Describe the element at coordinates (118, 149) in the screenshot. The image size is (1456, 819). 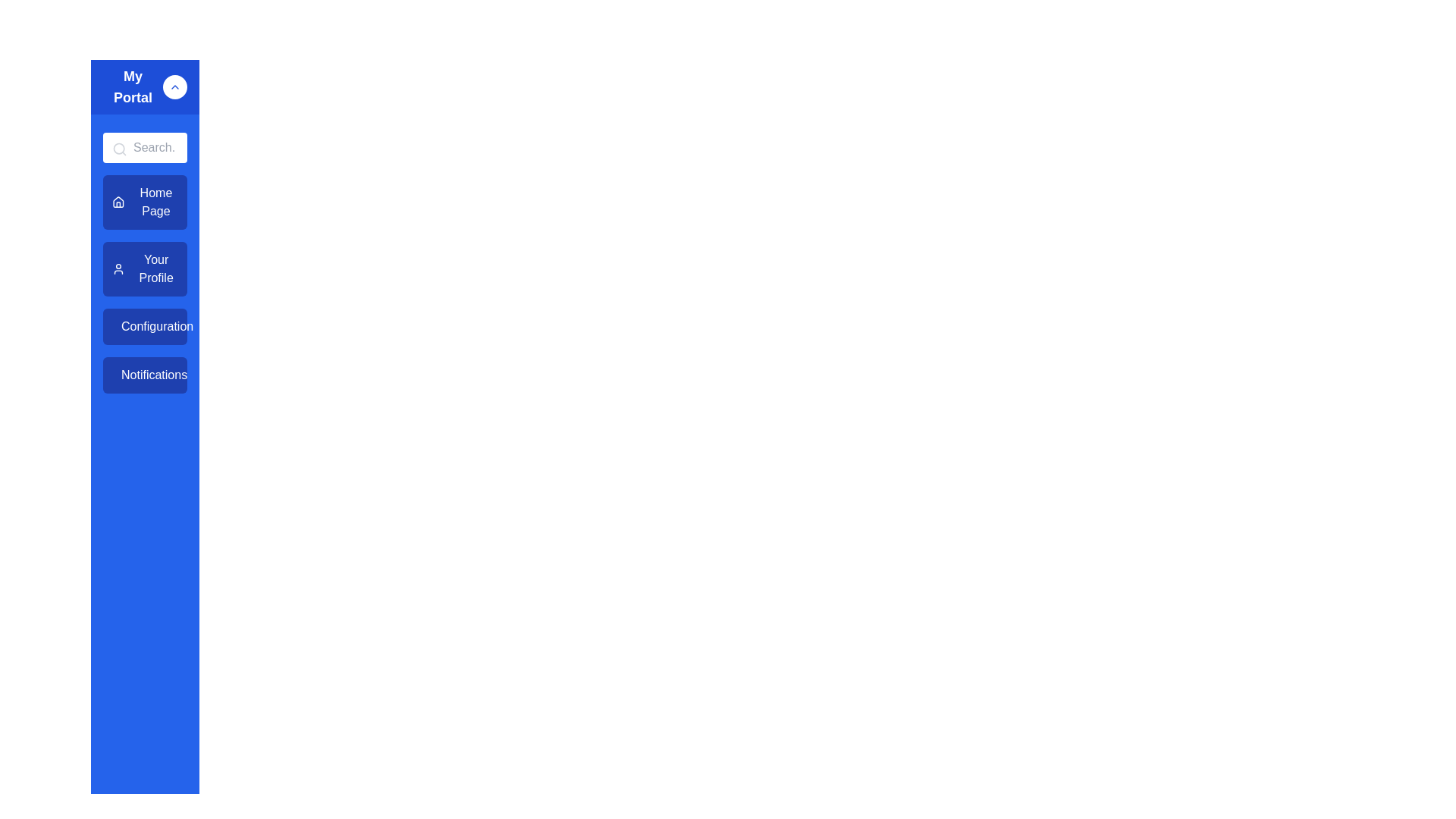
I see `the left circle of the magnifying glass visualization in the search icon, which represents the handle of the magnifying glass` at that location.